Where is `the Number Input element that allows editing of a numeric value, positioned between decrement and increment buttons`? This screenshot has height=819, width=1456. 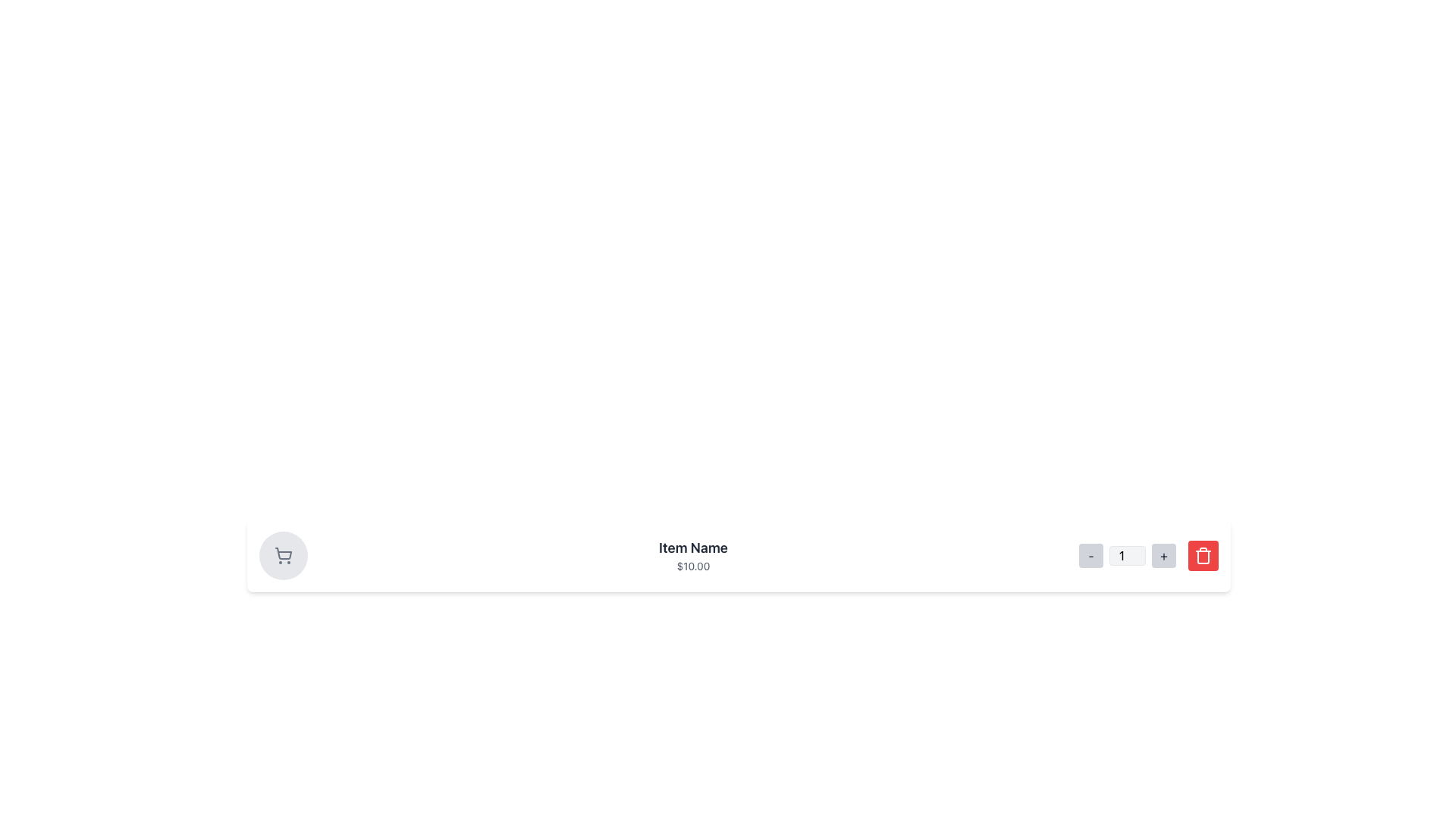
the Number Input element that allows editing of a numeric value, positioned between decrement and increment buttons is located at coordinates (1128, 555).